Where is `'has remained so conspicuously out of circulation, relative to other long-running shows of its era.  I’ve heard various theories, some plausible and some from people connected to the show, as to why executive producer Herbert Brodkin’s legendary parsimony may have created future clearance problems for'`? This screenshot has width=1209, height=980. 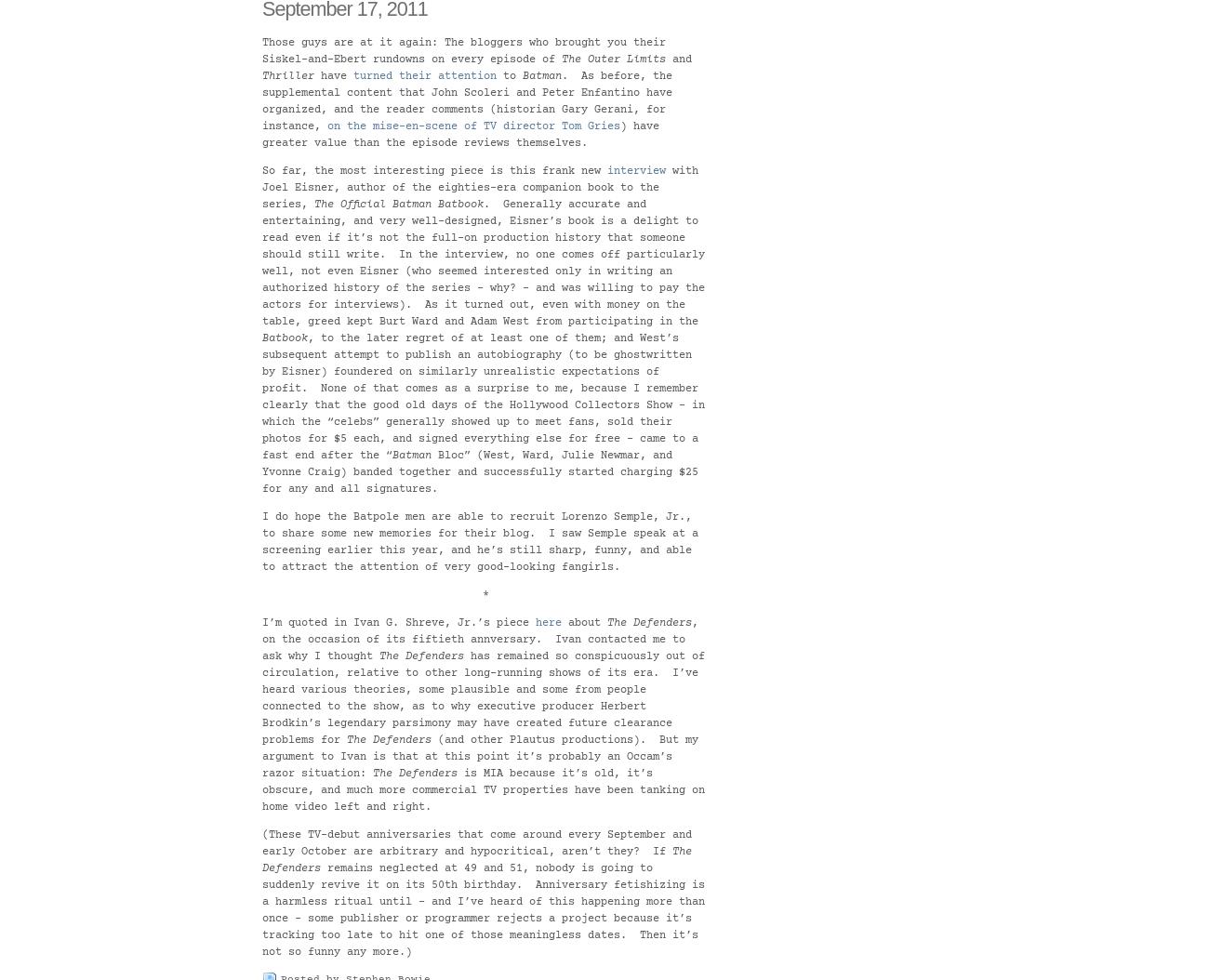
'has remained so conspicuously out of circulation, relative to other long-running shows of its era.  I’ve heard various theories, some plausible and some from people connected to the show, as to why executive producer Herbert Brodkin’s legendary parsimony may have created future clearance problems for' is located at coordinates (484, 698).